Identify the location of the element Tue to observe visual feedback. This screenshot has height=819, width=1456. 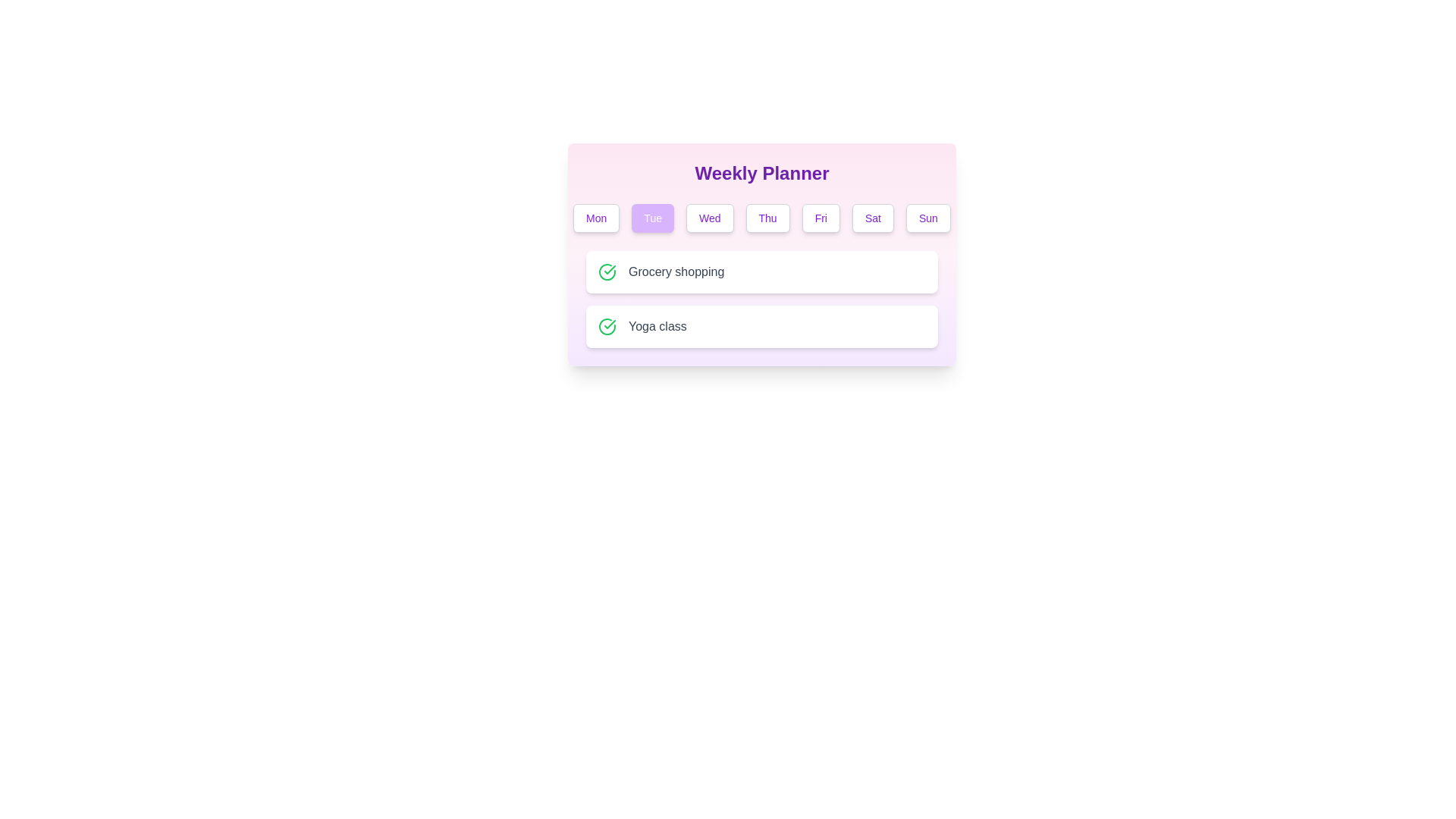
(652, 218).